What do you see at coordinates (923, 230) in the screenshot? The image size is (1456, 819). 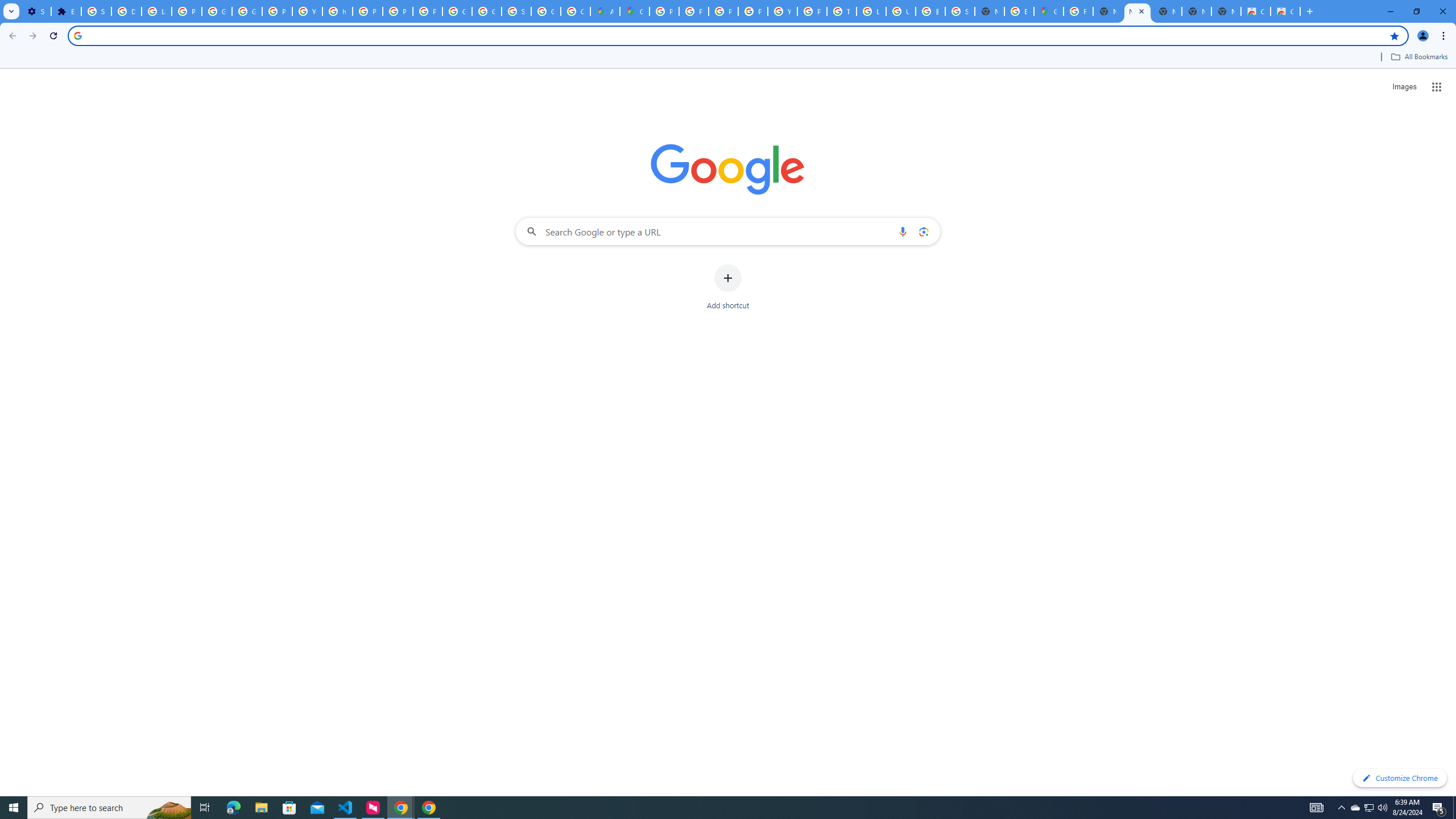 I see `'Search by image'` at bounding box center [923, 230].